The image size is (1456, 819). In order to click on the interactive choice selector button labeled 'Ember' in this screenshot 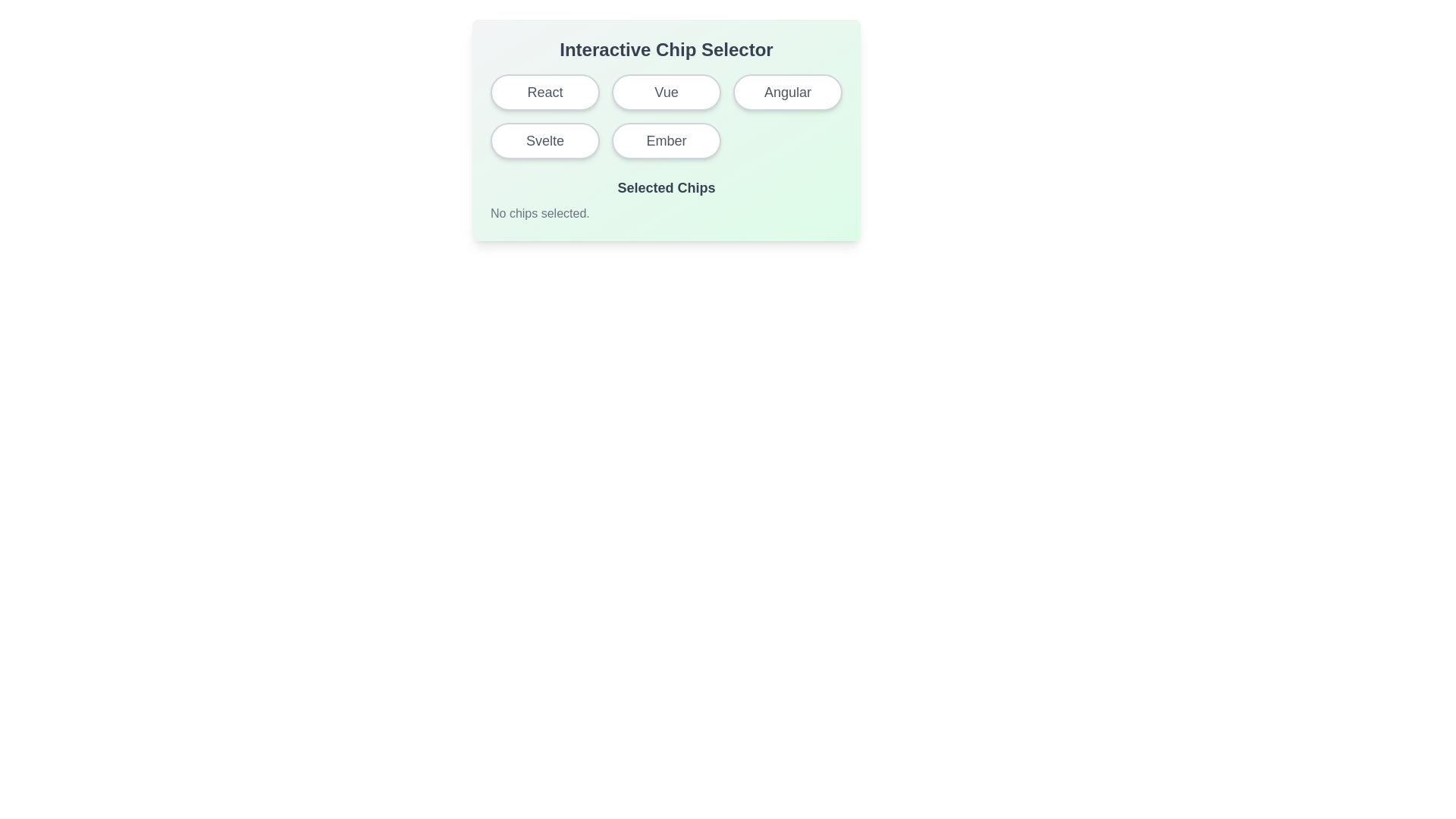, I will do `click(666, 140)`.